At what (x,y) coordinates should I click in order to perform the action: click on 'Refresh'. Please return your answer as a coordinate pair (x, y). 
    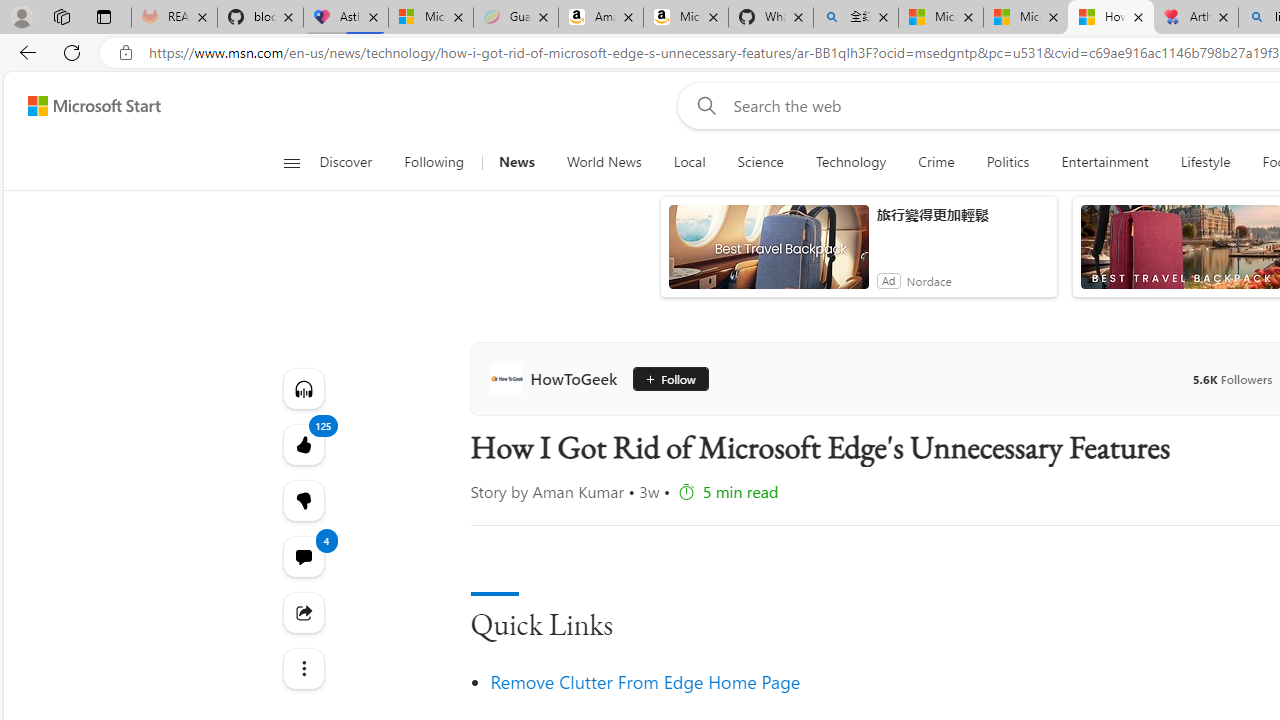
    Looking at the image, I should click on (72, 51).